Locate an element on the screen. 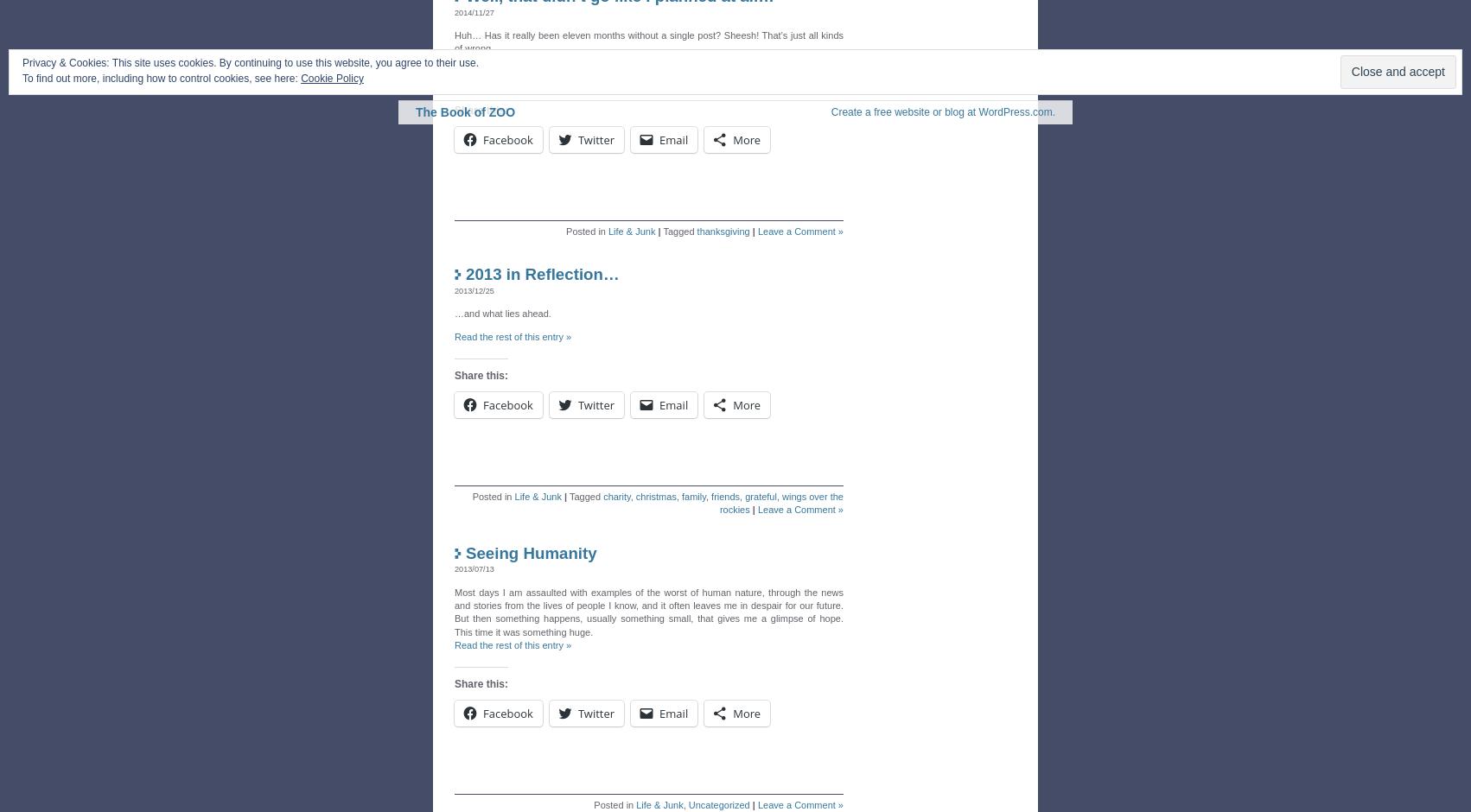 This screenshot has height=812, width=1471. 'Huh… Has it really been eleven months without a single post? Sheesh! That’s just all kinds of wrong.' is located at coordinates (453, 41).